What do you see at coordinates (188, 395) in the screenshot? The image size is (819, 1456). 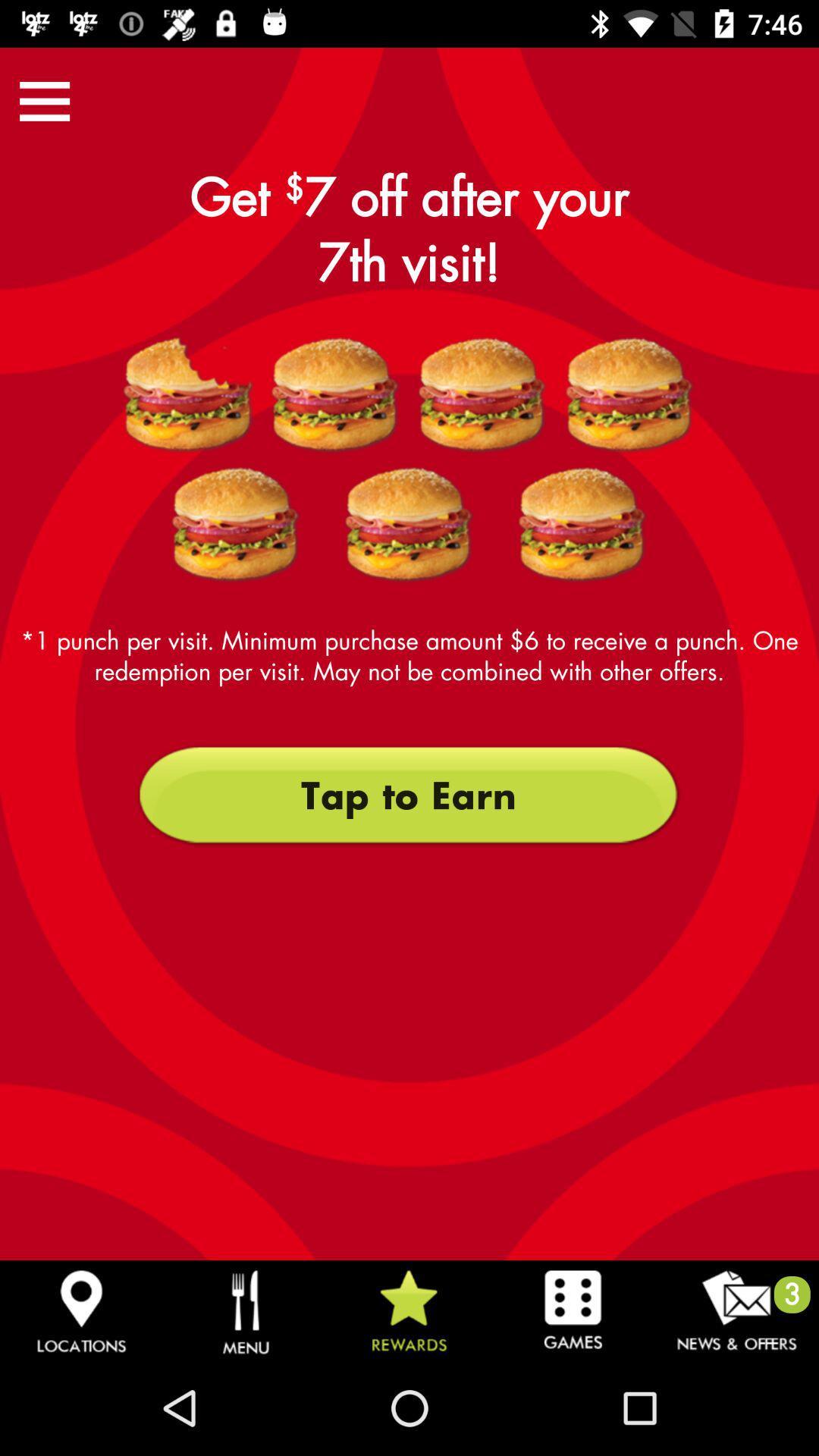 I see `redeem punch` at bounding box center [188, 395].